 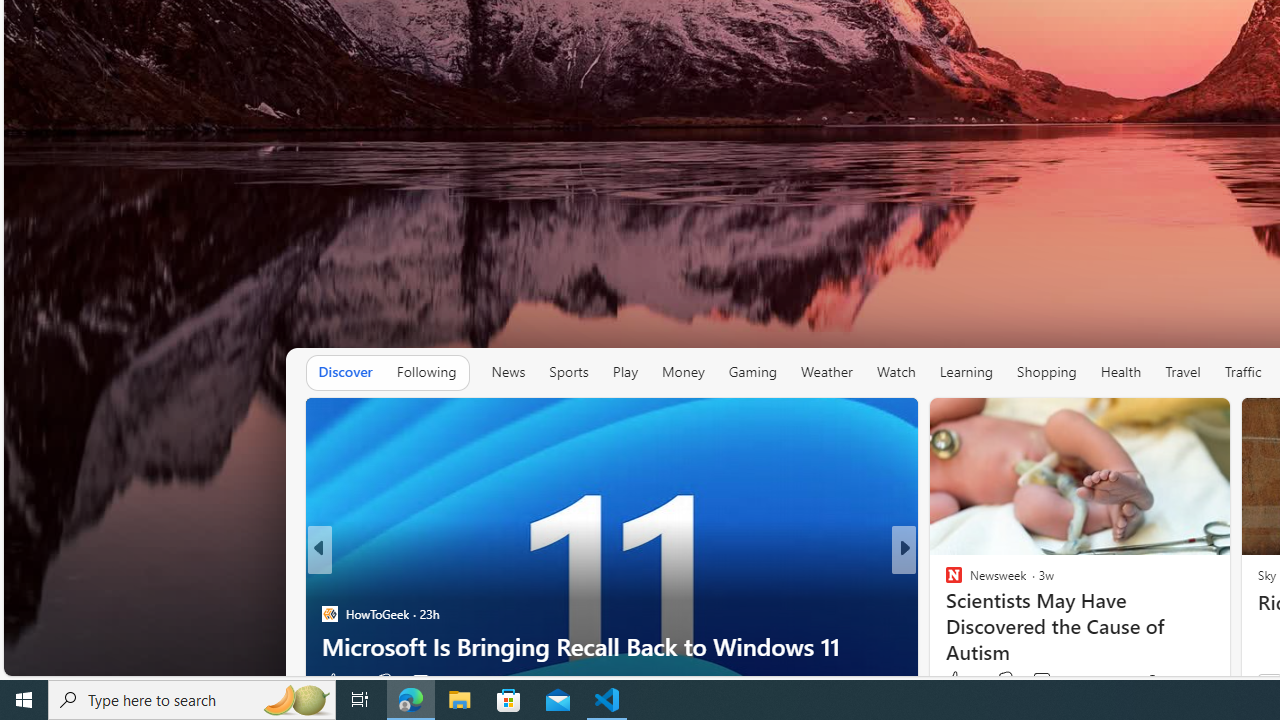 What do you see at coordinates (1036, 680) in the screenshot?
I see `'View comments 62 Comment'` at bounding box center [1036, 680].